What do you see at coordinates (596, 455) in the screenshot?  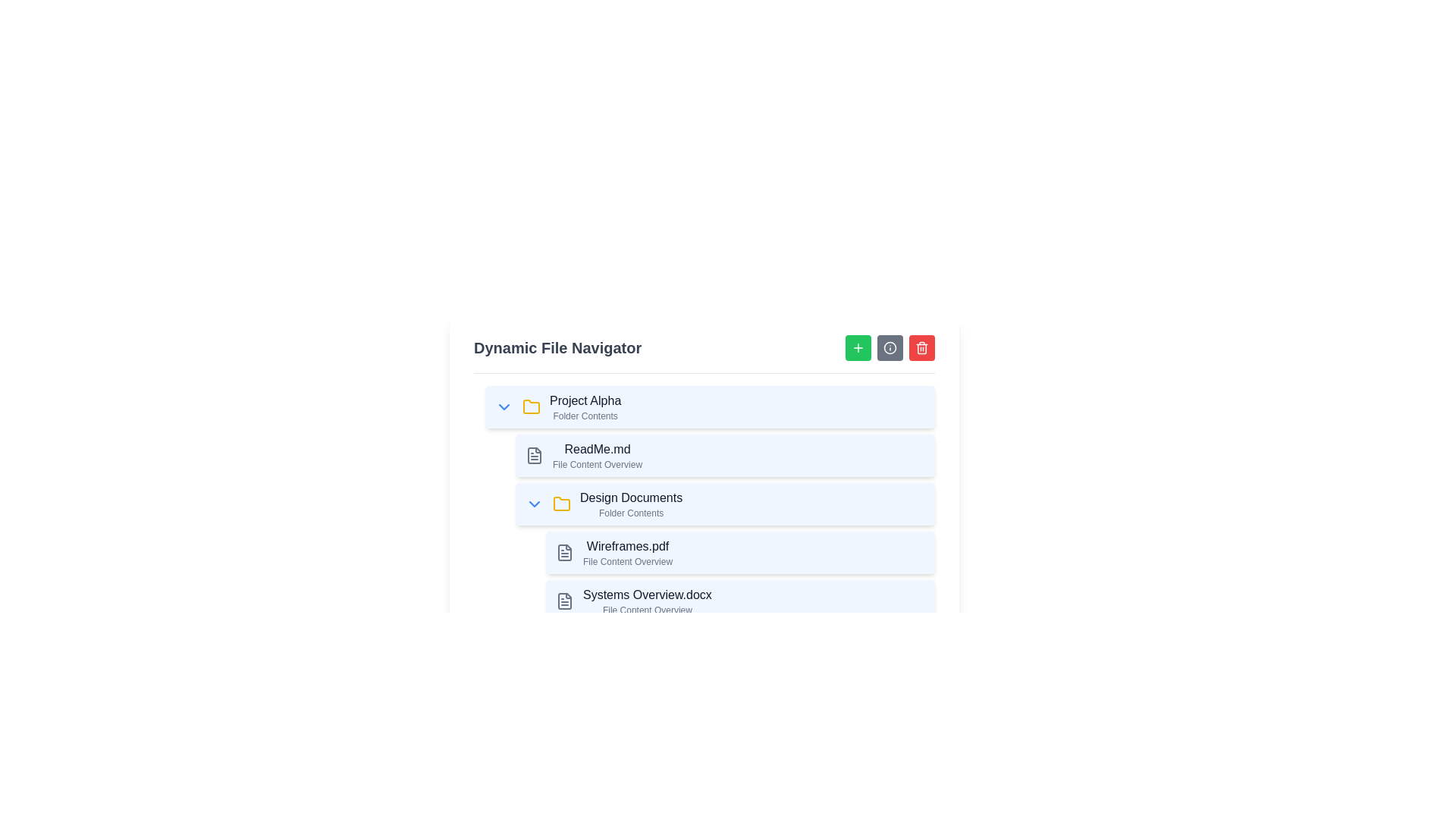 I see `the 'ReadMe.md' text label in the file navigator interface` at bounding box center [596, 455].